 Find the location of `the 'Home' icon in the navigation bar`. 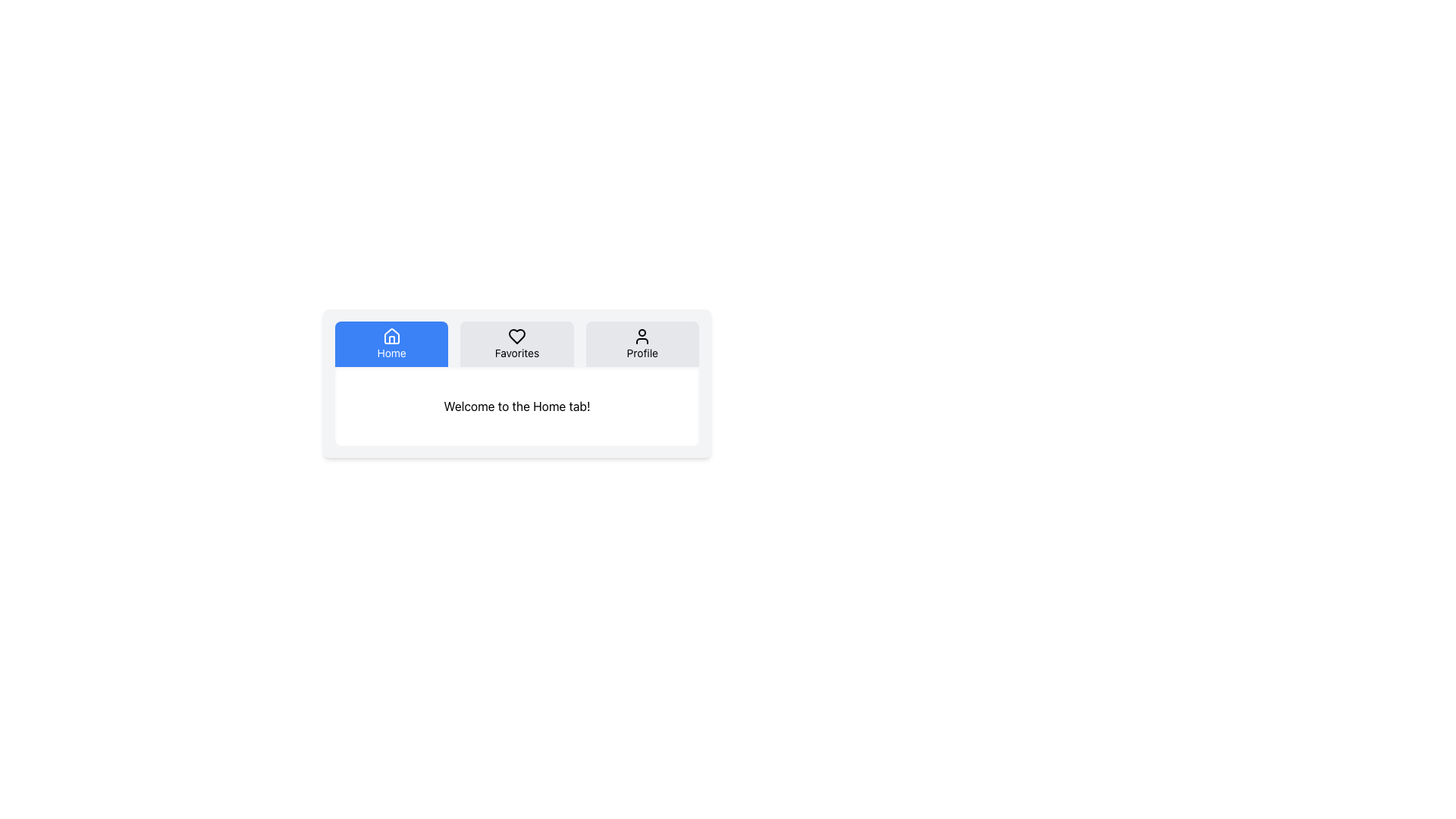

the 'Home' icon in the navigation bar is located at coordinates (391, 335).